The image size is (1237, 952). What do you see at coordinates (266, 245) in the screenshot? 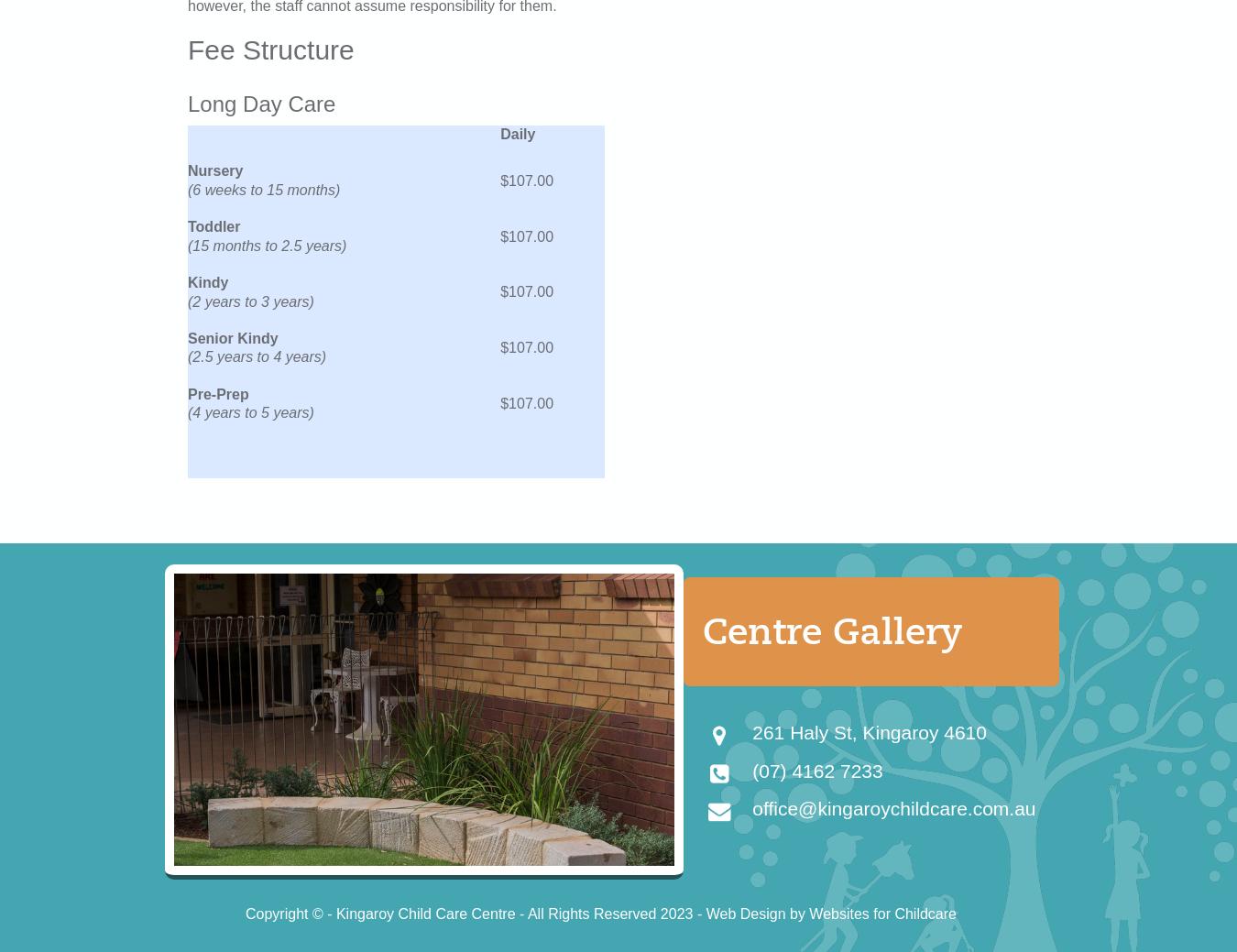
I see `'(15 months to 2.5 years)'` at bounding box center [266, 245].